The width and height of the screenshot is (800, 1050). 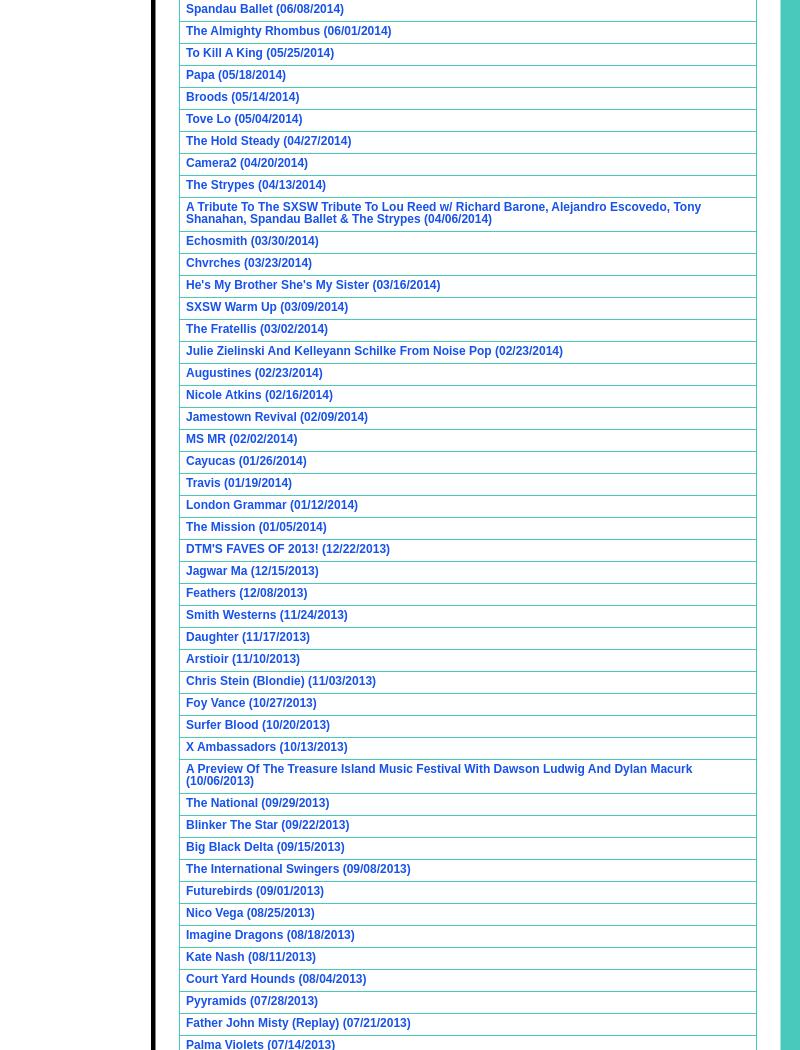 What do you see at coordinates (255, 526) in the screenshot?
I see `'The Mission (01/05/2014)'` at bounding box center [255, 526].